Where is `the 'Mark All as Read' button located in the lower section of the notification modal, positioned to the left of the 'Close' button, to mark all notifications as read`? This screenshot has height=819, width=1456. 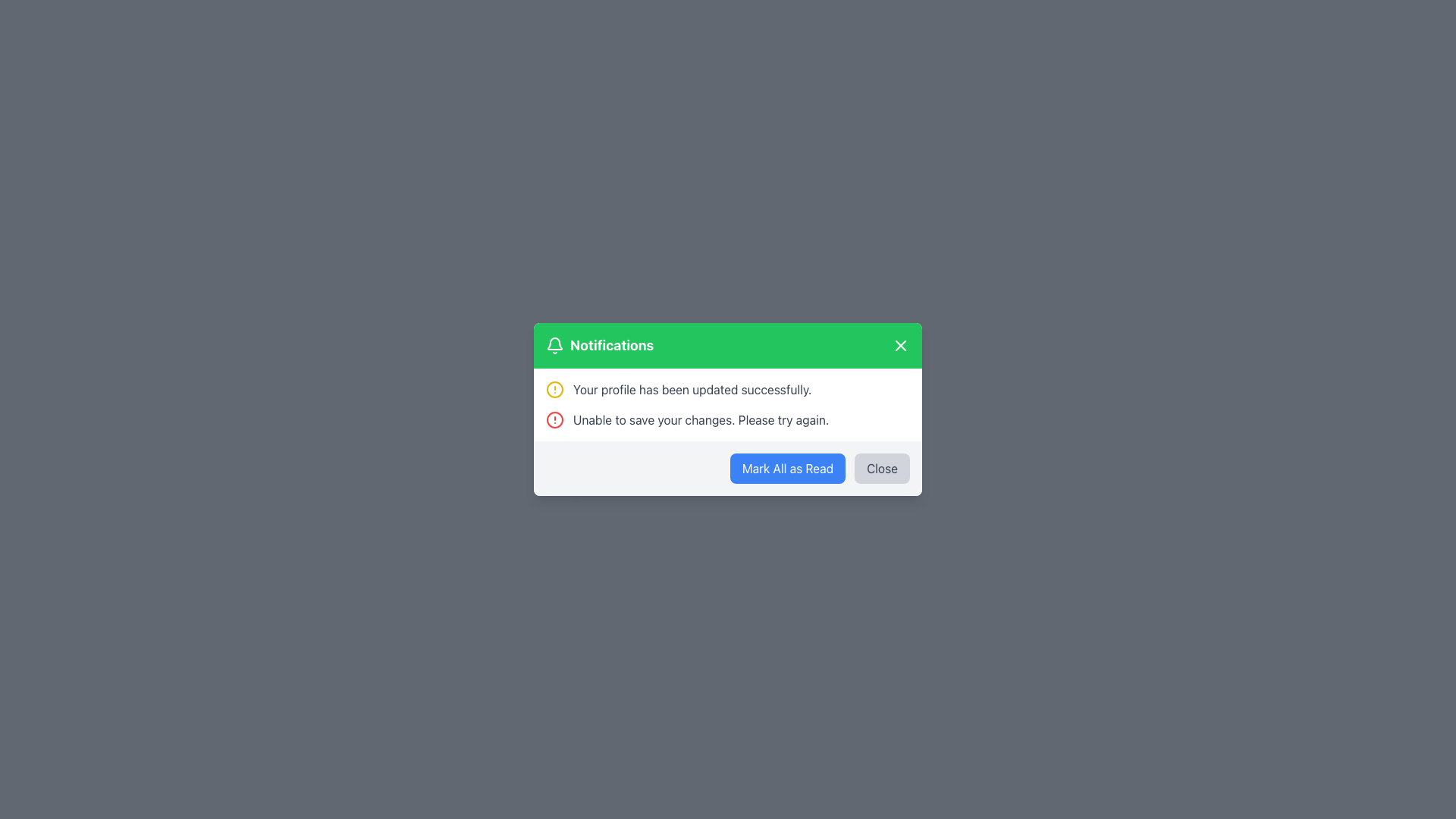 the 'Mark All as Read' button located in the lower section of the notification modal, positioned to the left of the 'Close' button, to mark all notifications as read is located at coordinates (787, 467).